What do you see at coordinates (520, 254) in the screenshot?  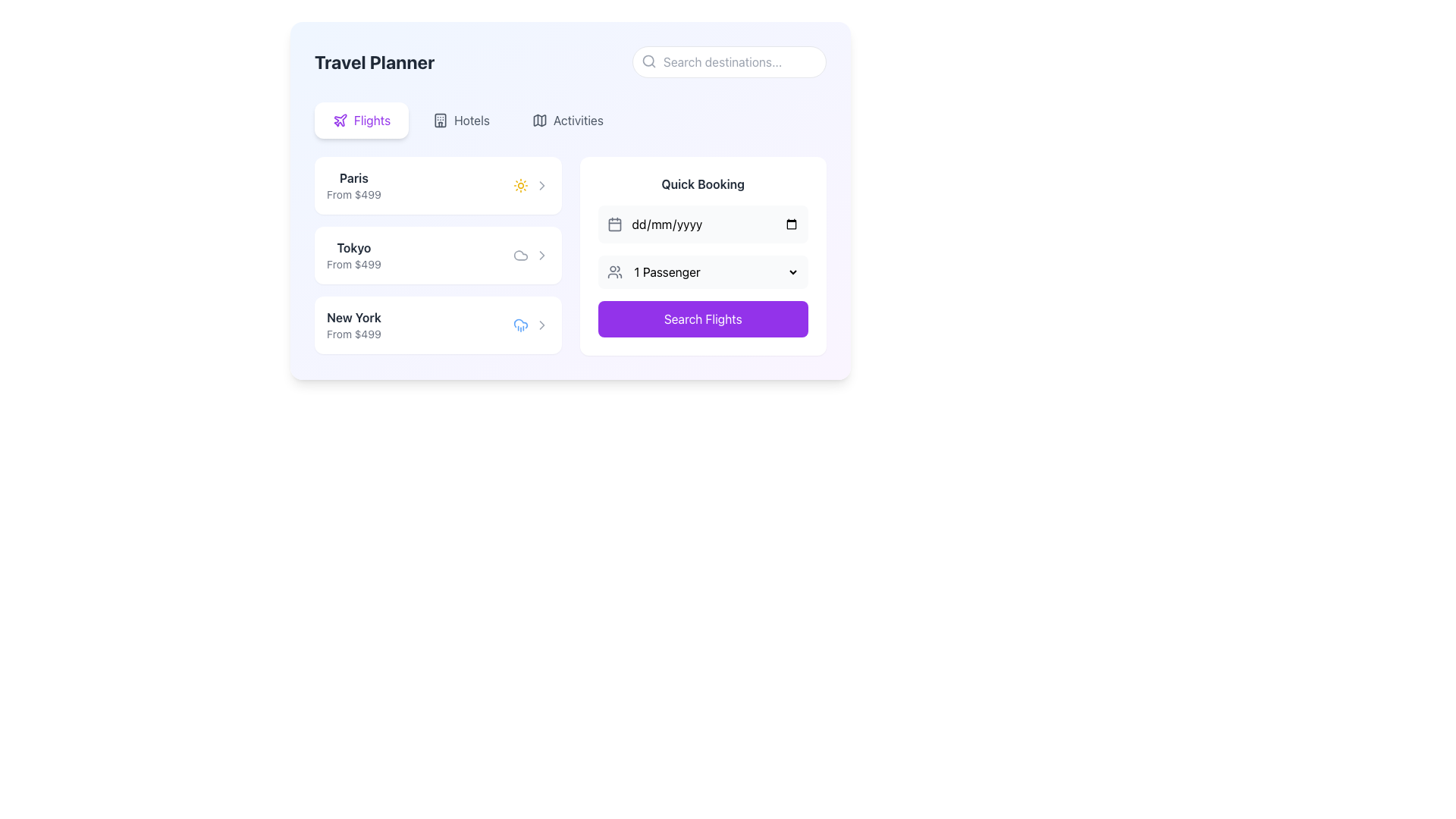 I see `the cloud-shaped icon with a gray stroke located in the third row of destination options, next to a chevron icon` at bounding box center [520, 254].